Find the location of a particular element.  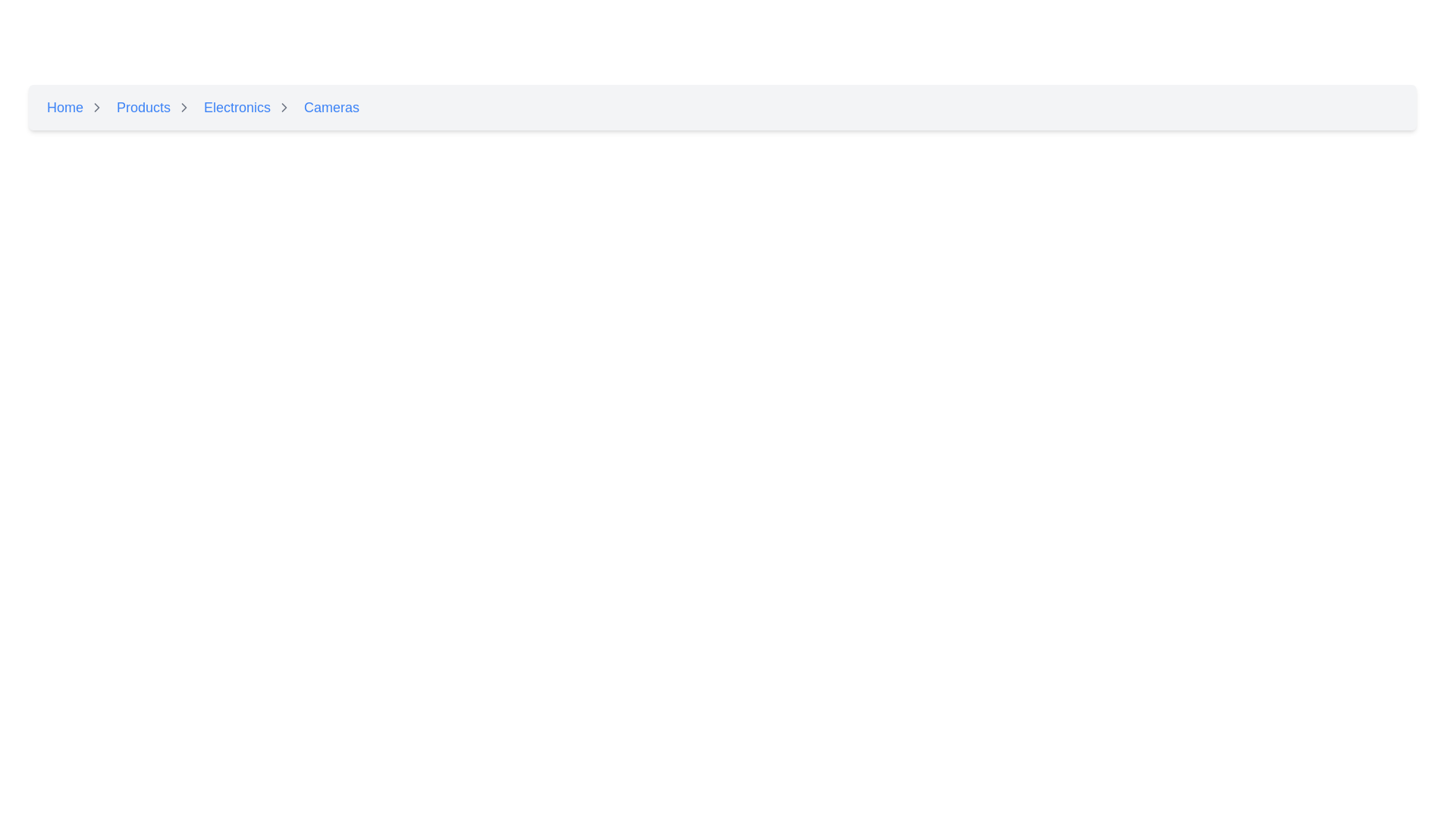

the small right-facing chevron arrow in the breadcrumb navigation bar located between 'Home' and 'Products' is located at coordinates (96, 107).